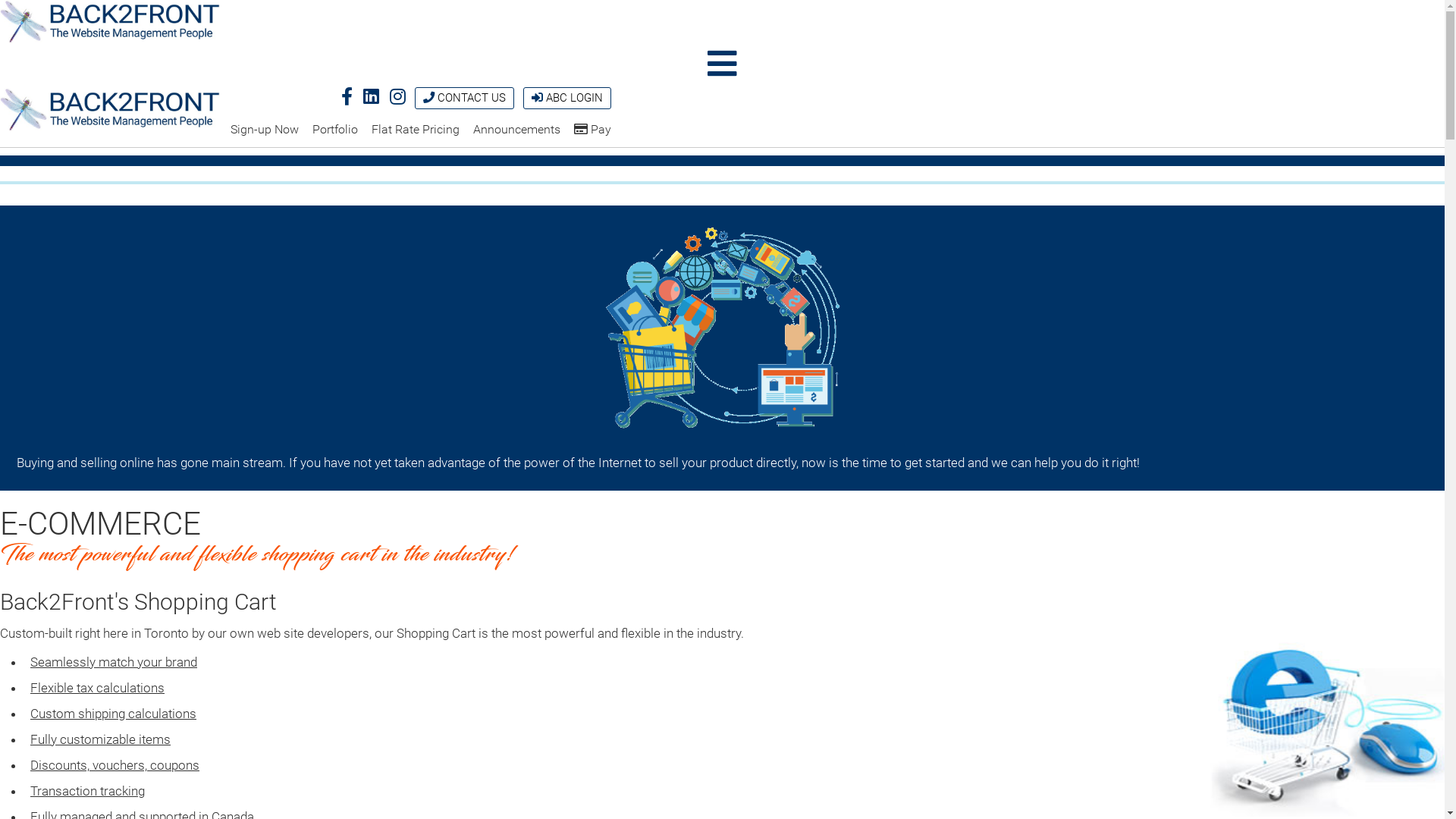 Image resolution: width=1456 pixels, height=819 pixels. What do you see at coordinates (415, 128) in the screenshot?
I see `'Flat Rate Pricing'` at bounding box center [415, 128].